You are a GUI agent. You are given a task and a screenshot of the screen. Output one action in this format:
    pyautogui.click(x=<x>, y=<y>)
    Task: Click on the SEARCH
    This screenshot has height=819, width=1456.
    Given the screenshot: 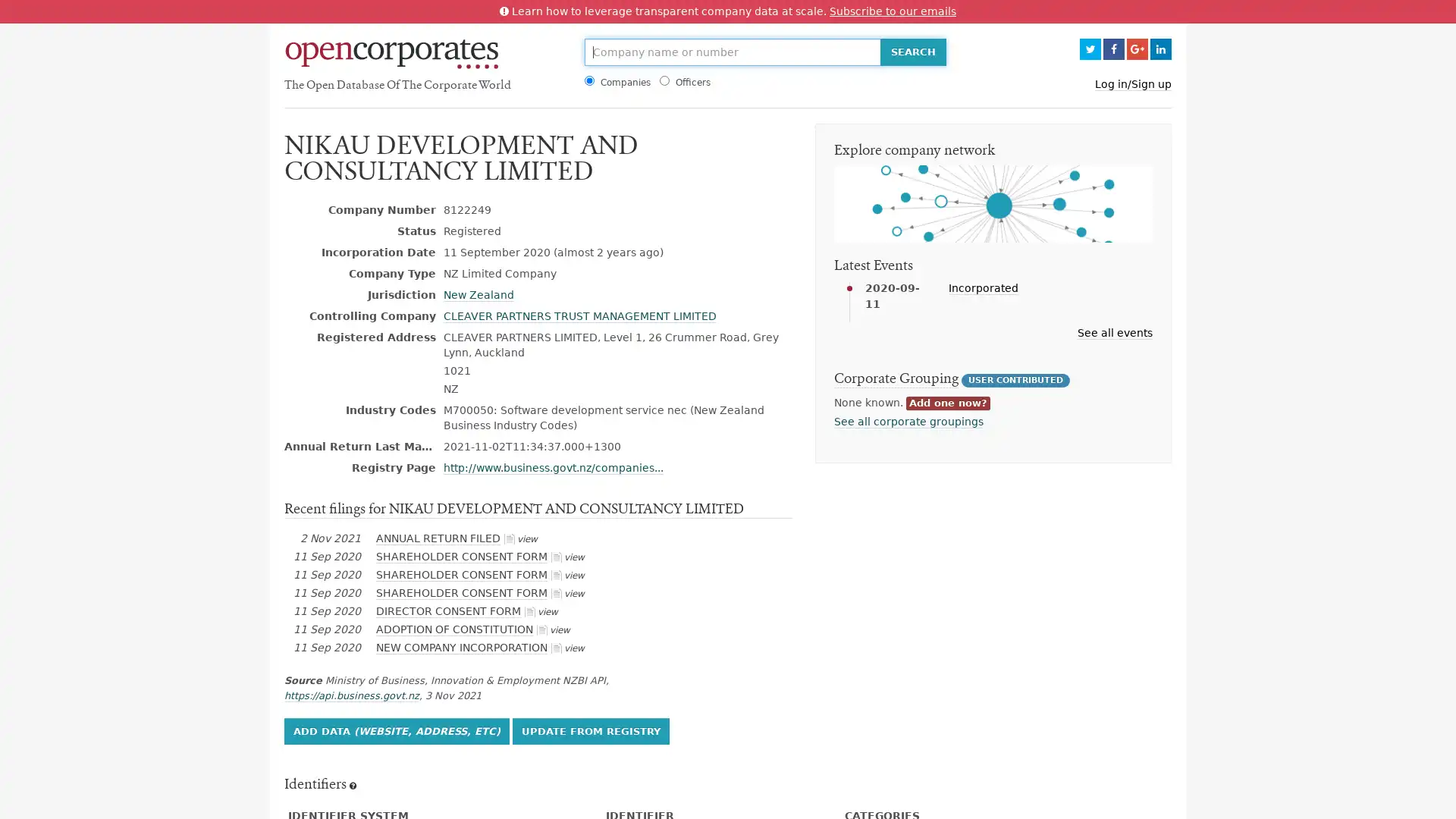 What is the action you would take?
    pyautogui.click(x=912, y=52)
    